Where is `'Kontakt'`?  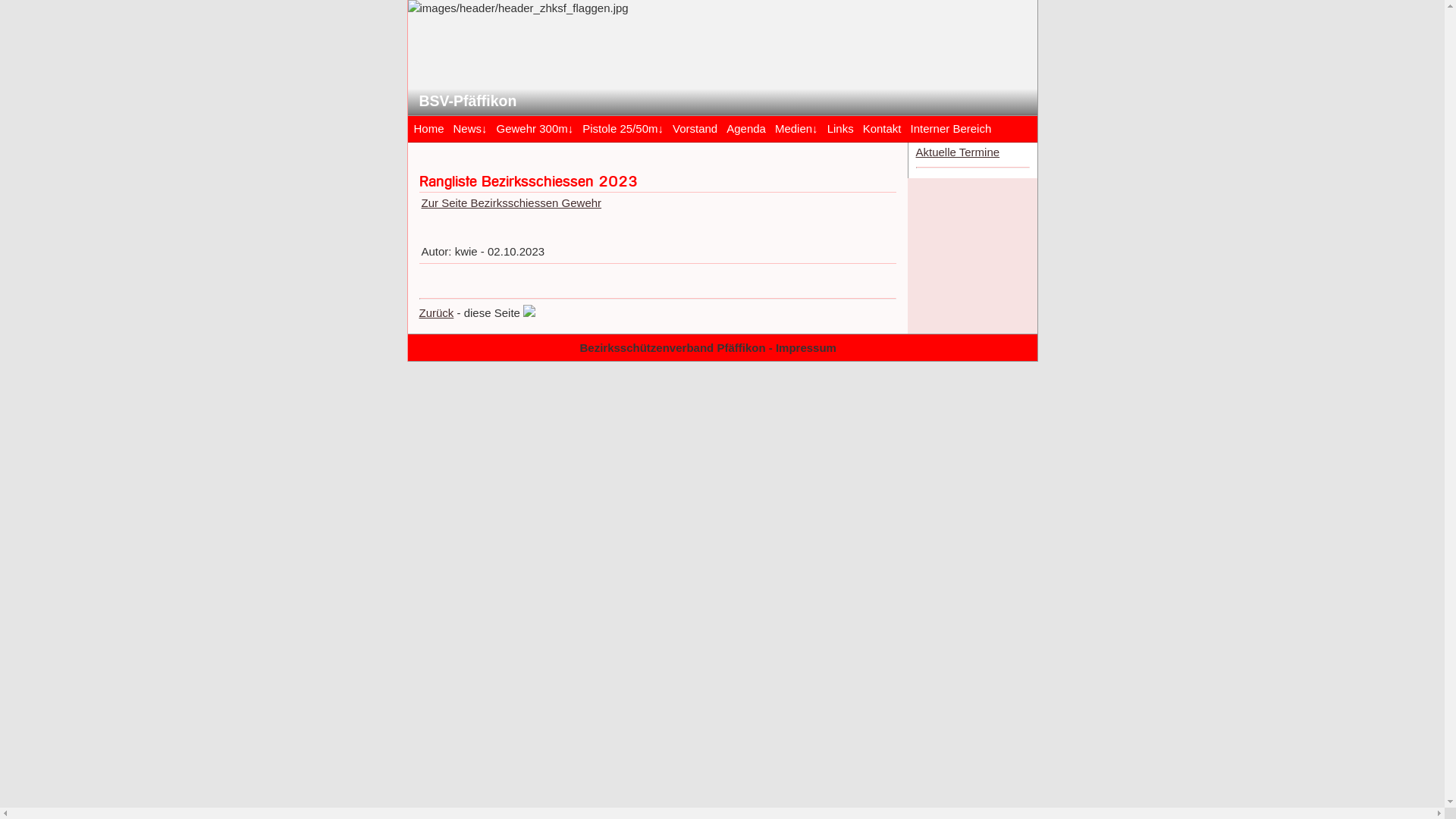 'Kontakt' is located at coordinates (882, 127).